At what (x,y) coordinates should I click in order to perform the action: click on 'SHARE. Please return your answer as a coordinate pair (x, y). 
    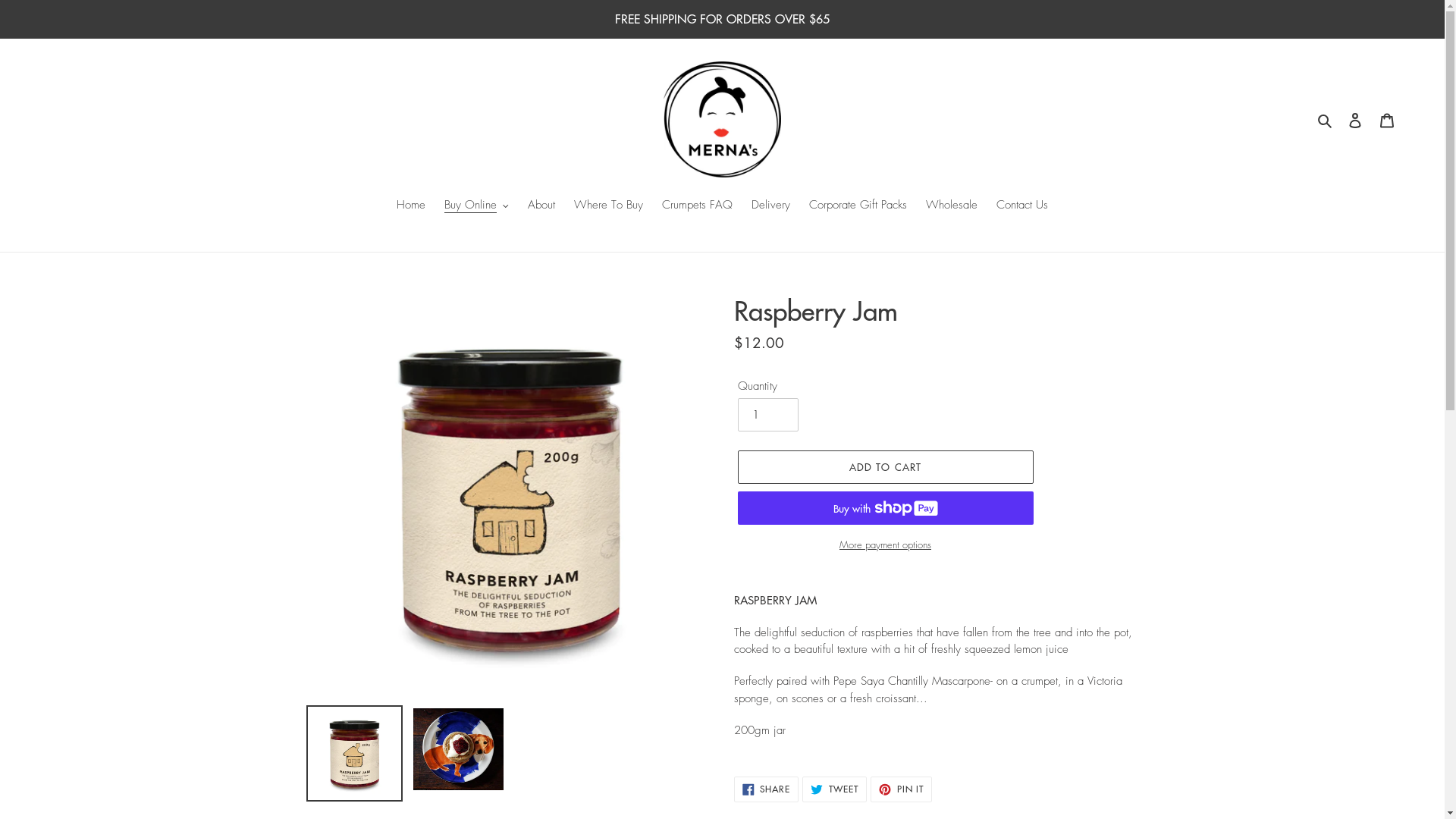
    Looking at the image, I should click on (767, 789).